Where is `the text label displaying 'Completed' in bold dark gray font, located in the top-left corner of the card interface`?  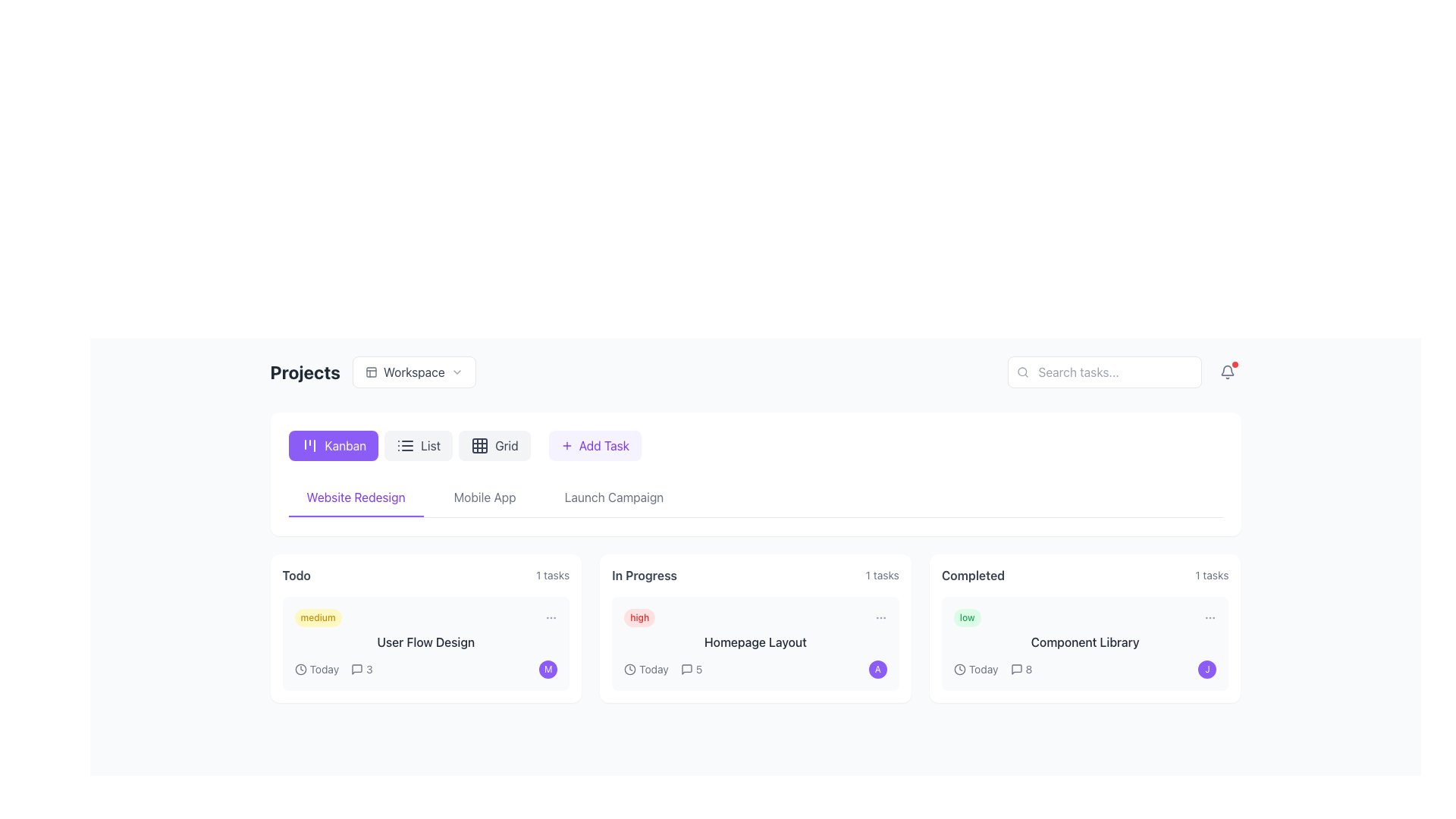 the text label displaying 'Completed' in bold dark gray font, located in the top-left corner of the card interface is located at coordinates (973, 576).